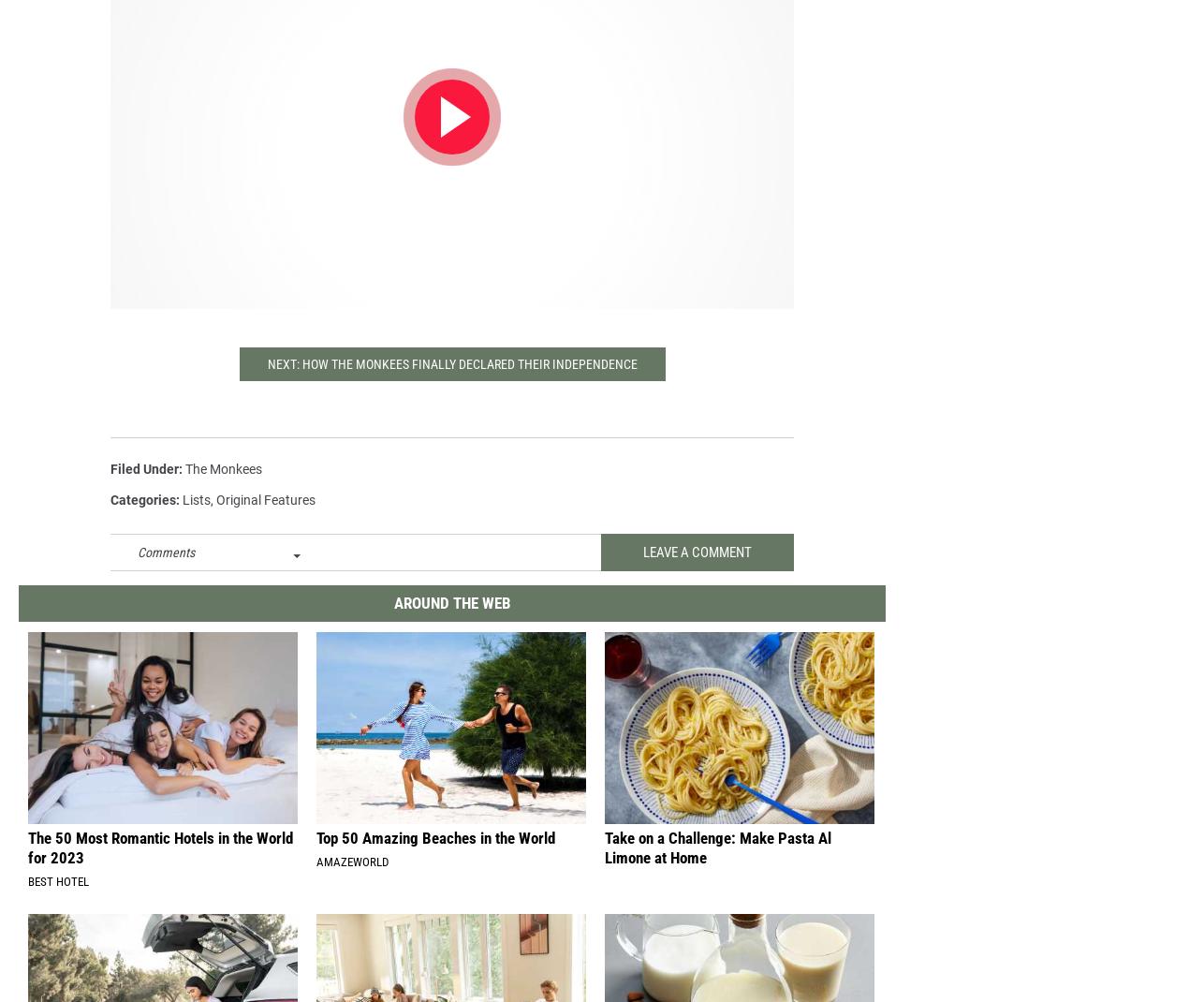 This screenshot has height=1002, width=1204. What do you see at coordinates (450, 378) in the screenshot?
I see `'Next: How the Monkees Finally Declared Their Independence'` at bounding box center [450, 378].